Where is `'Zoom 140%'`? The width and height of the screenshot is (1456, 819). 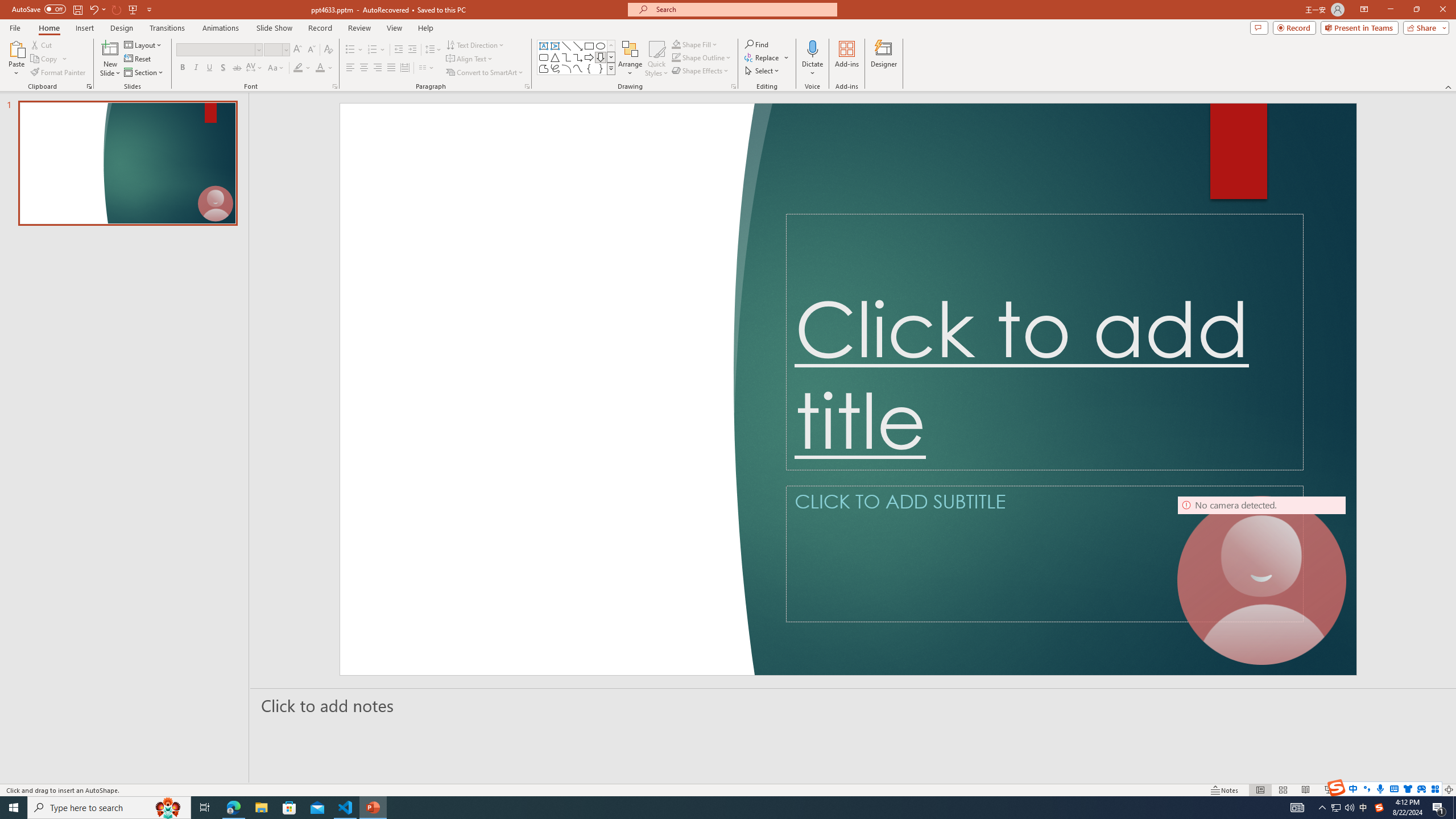
'Zoom 140%' is located at coordinates (1430, 790).